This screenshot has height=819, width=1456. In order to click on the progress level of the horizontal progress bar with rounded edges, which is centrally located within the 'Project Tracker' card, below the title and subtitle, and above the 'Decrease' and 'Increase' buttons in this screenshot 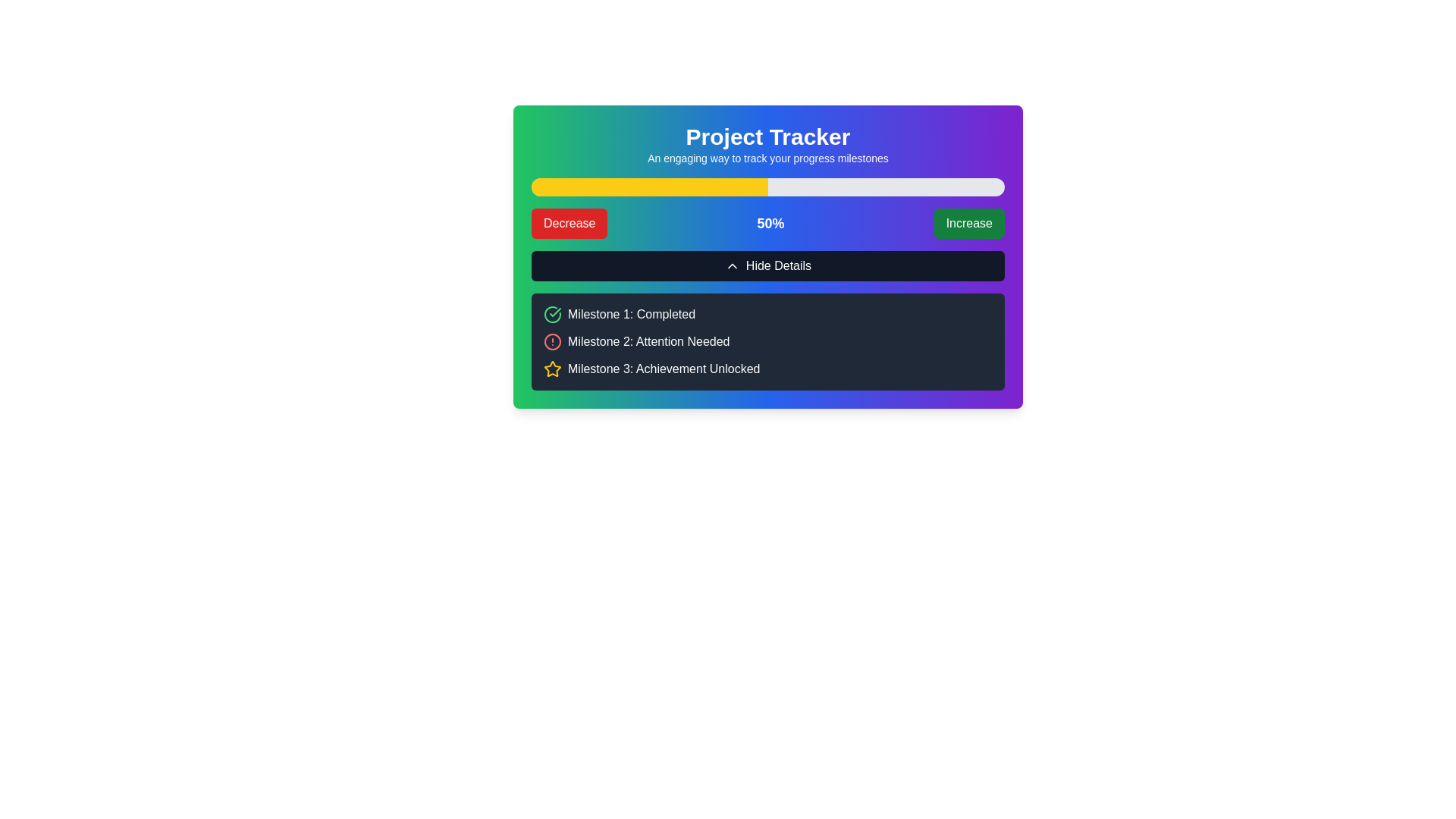, I will do `click(767, 186)`.